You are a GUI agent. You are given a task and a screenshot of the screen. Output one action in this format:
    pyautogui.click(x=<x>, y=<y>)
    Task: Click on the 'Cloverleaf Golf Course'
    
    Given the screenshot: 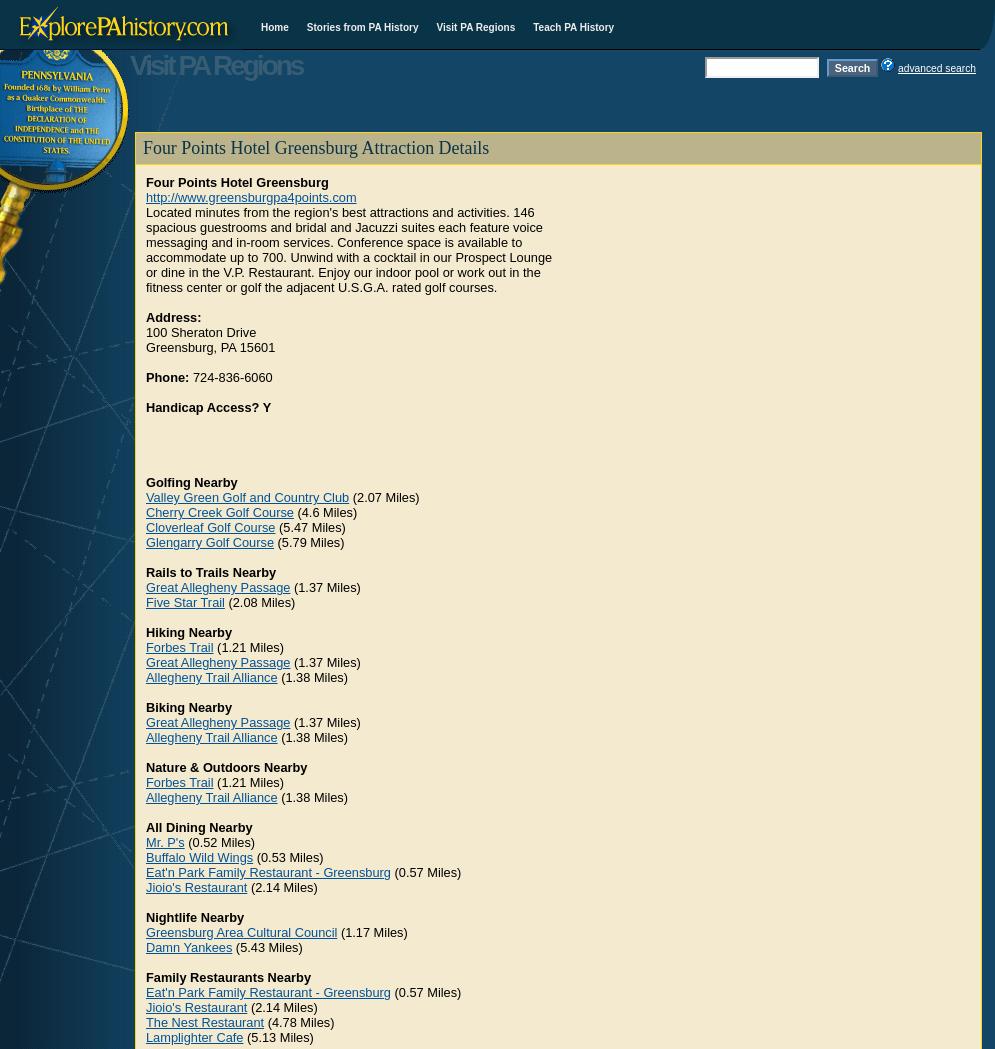 What is the action you would take?
    pyautogui.click(x=209, y=527)
    